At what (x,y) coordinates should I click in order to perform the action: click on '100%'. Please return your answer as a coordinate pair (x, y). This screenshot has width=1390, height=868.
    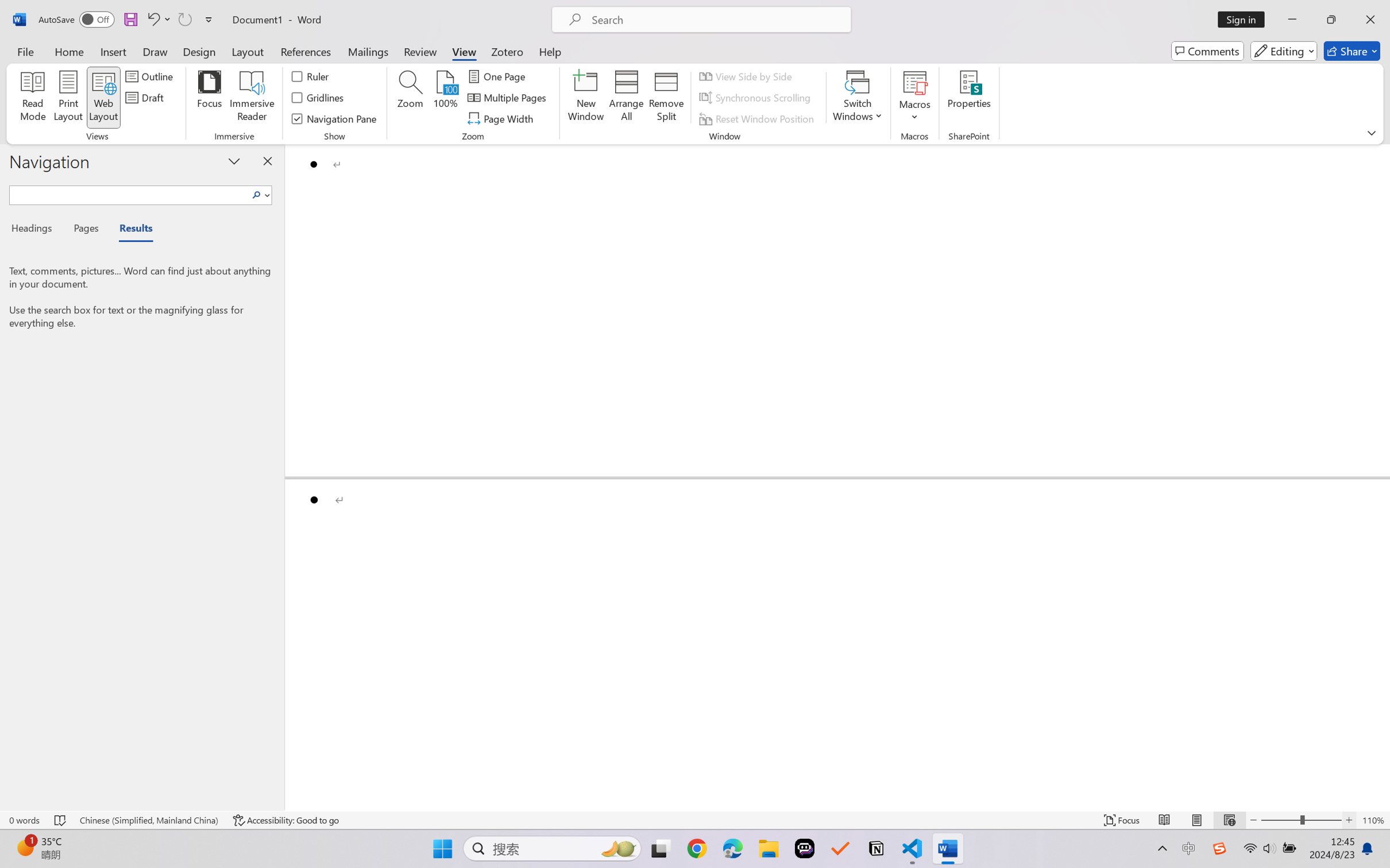
    Looking at the image, I should click on (445, 98).